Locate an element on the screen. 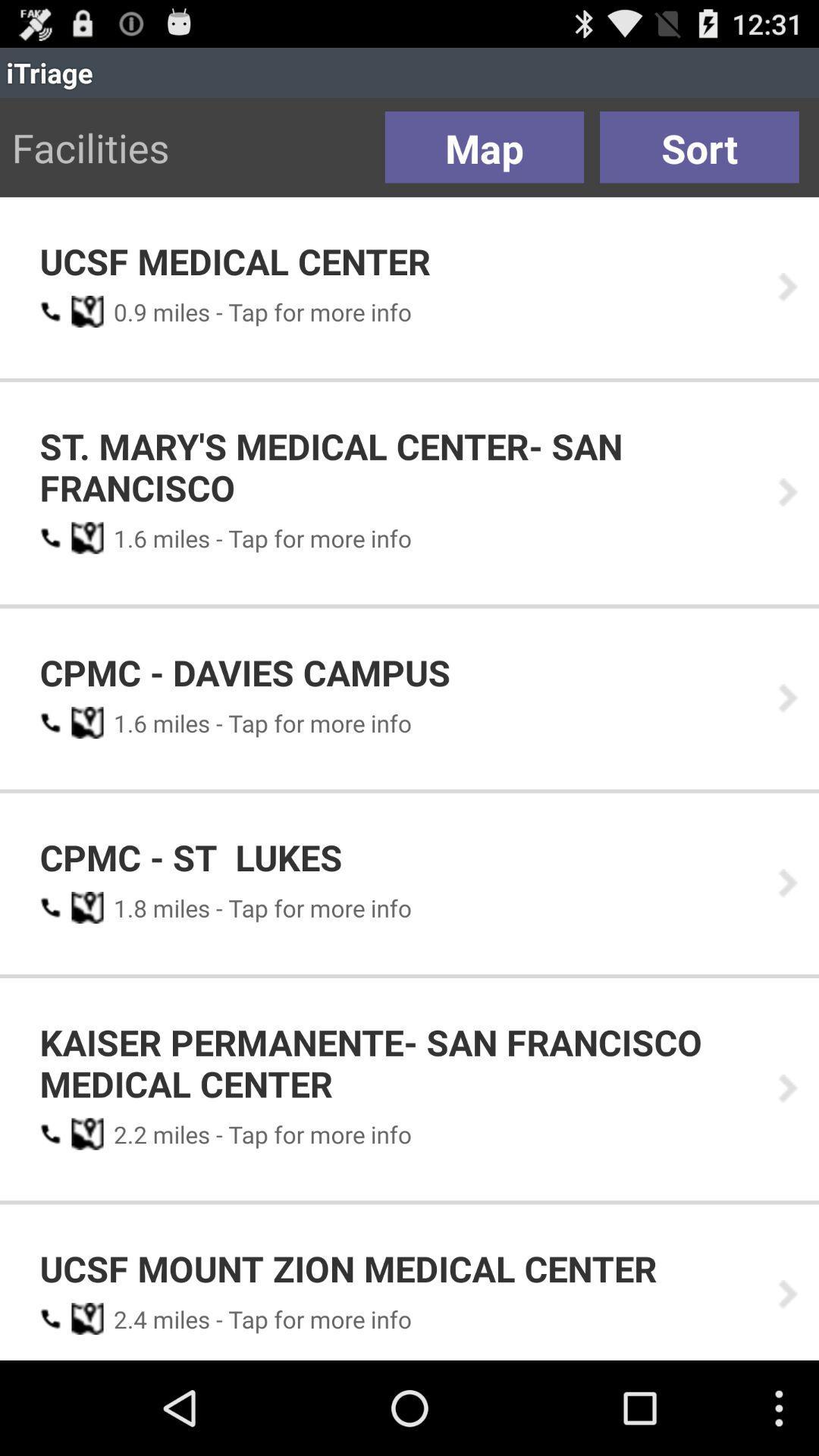 The width and height of the screenshot is (819, 1456). item below the 0.9 icon is located at coordinates (397, 466).